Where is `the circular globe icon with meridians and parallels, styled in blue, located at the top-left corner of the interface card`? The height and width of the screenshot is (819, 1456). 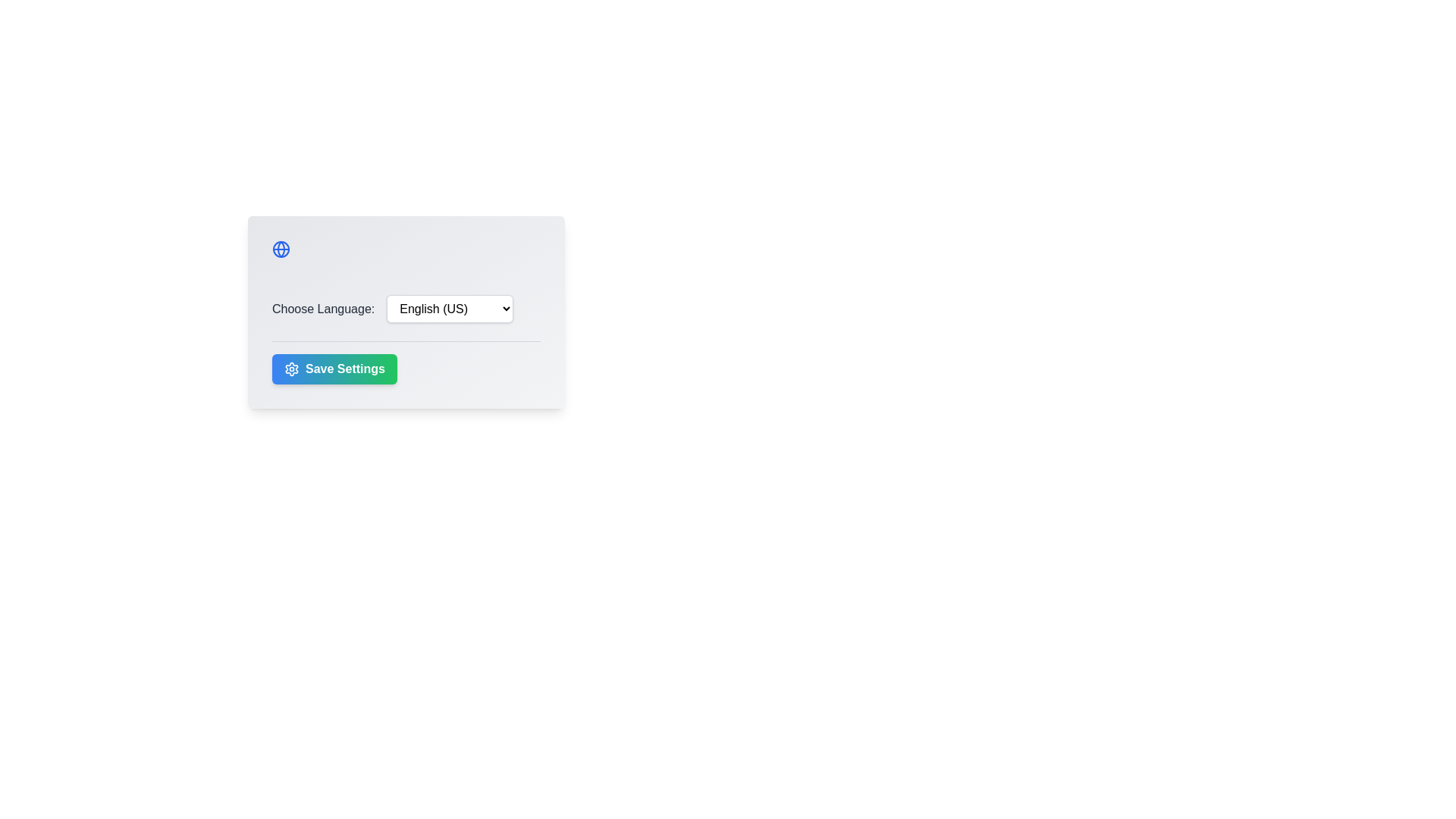 the circular globe icon with meridians and parallels, styled in blue, located at the top-left corner of the interface card is located at coordinates (281, 248).